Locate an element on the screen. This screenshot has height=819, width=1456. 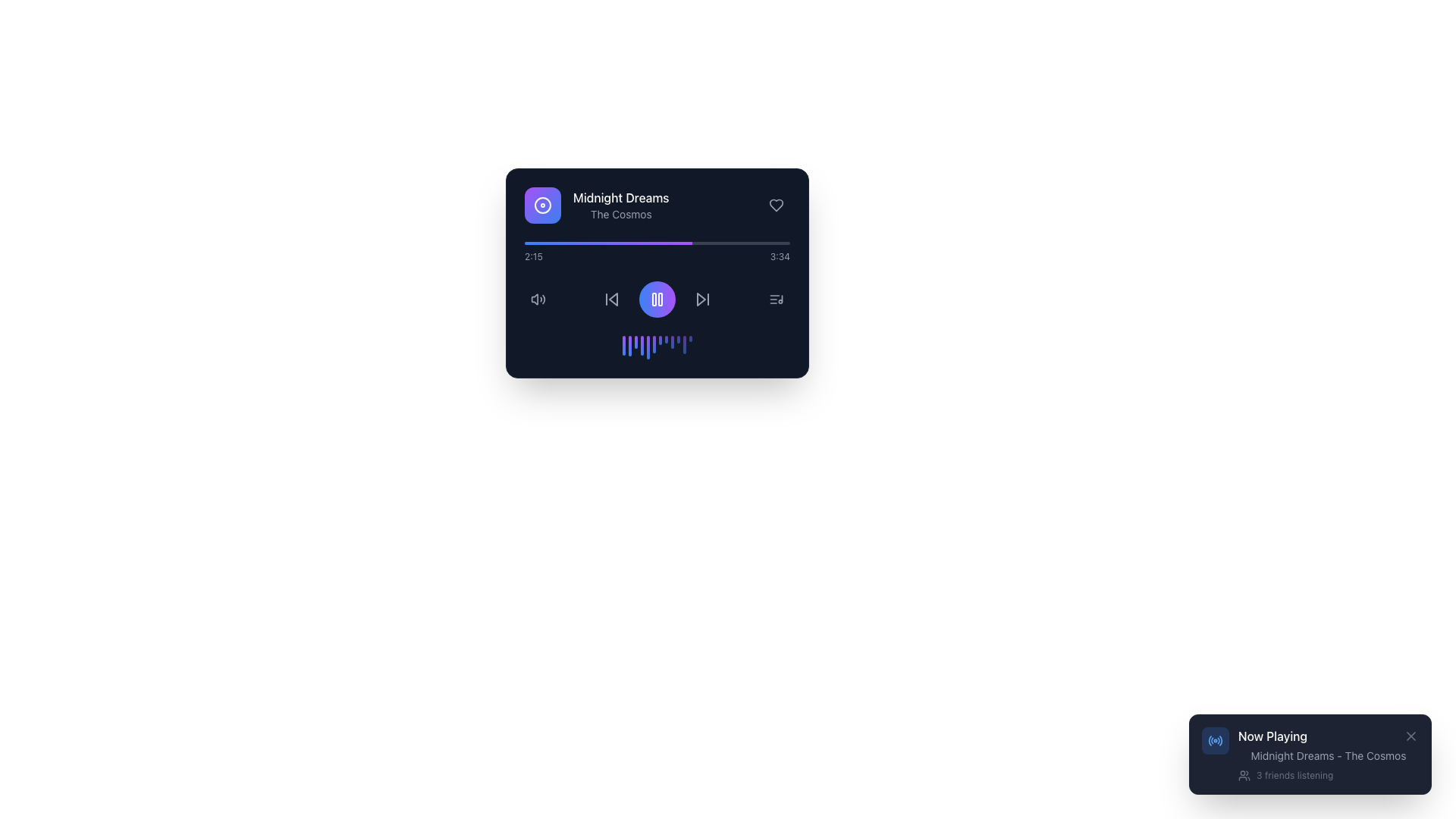
the vertically-oriented Progress Bar, which is the fifth bar from the left in the music player interface, exhibiting a gradient color from blue to purple and a pulsating animation is located at coordinates (648, 347).